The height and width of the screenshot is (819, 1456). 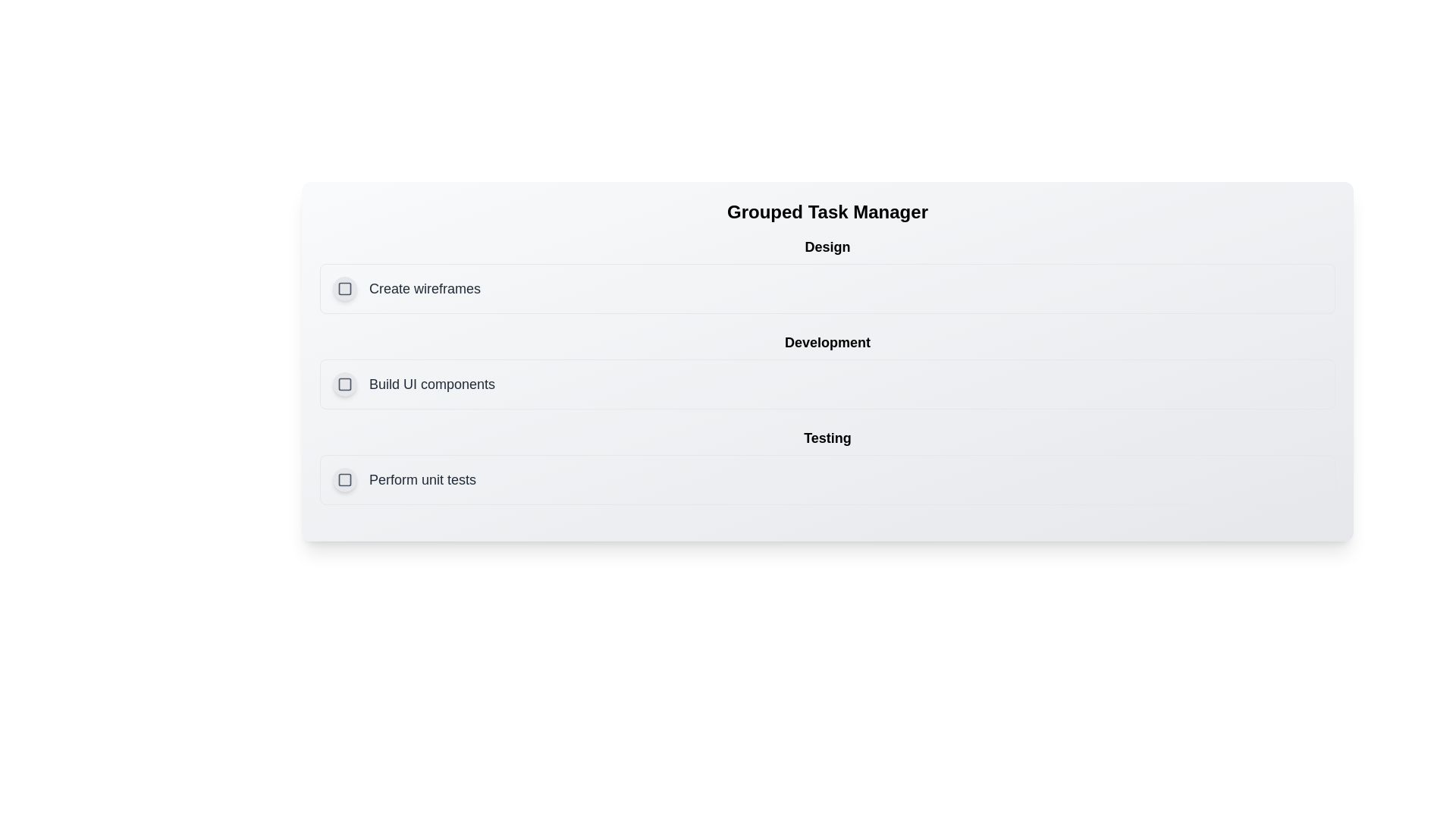 I want to click on the checkbox-like icon, so click(x=344, y=479).